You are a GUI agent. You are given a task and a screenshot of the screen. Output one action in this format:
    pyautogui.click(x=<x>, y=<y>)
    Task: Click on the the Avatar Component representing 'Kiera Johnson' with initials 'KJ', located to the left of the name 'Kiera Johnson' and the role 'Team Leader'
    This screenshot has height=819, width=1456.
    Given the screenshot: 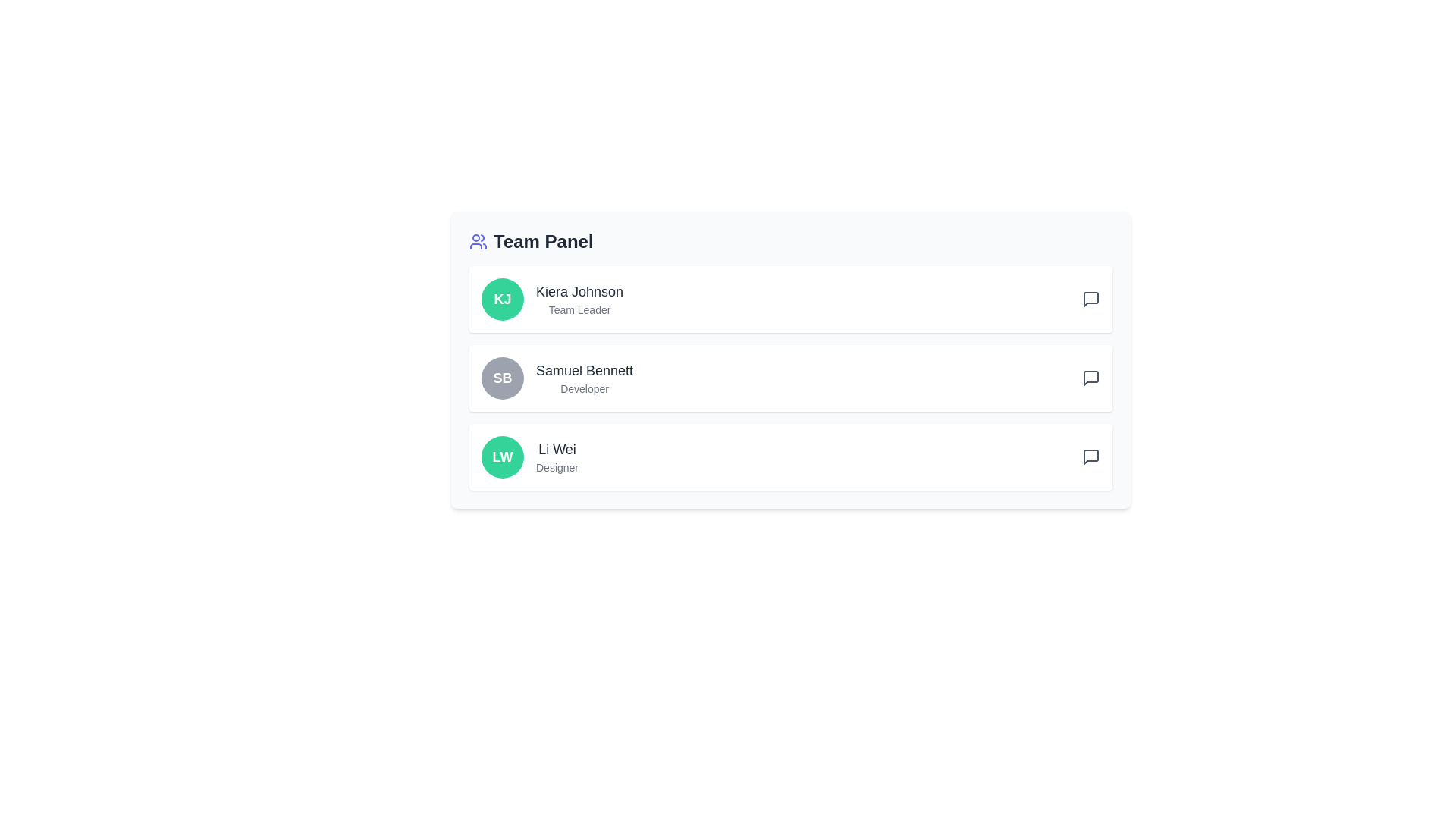 What is the action you would take?
    pyautogui.click(x=502, y=299)
    